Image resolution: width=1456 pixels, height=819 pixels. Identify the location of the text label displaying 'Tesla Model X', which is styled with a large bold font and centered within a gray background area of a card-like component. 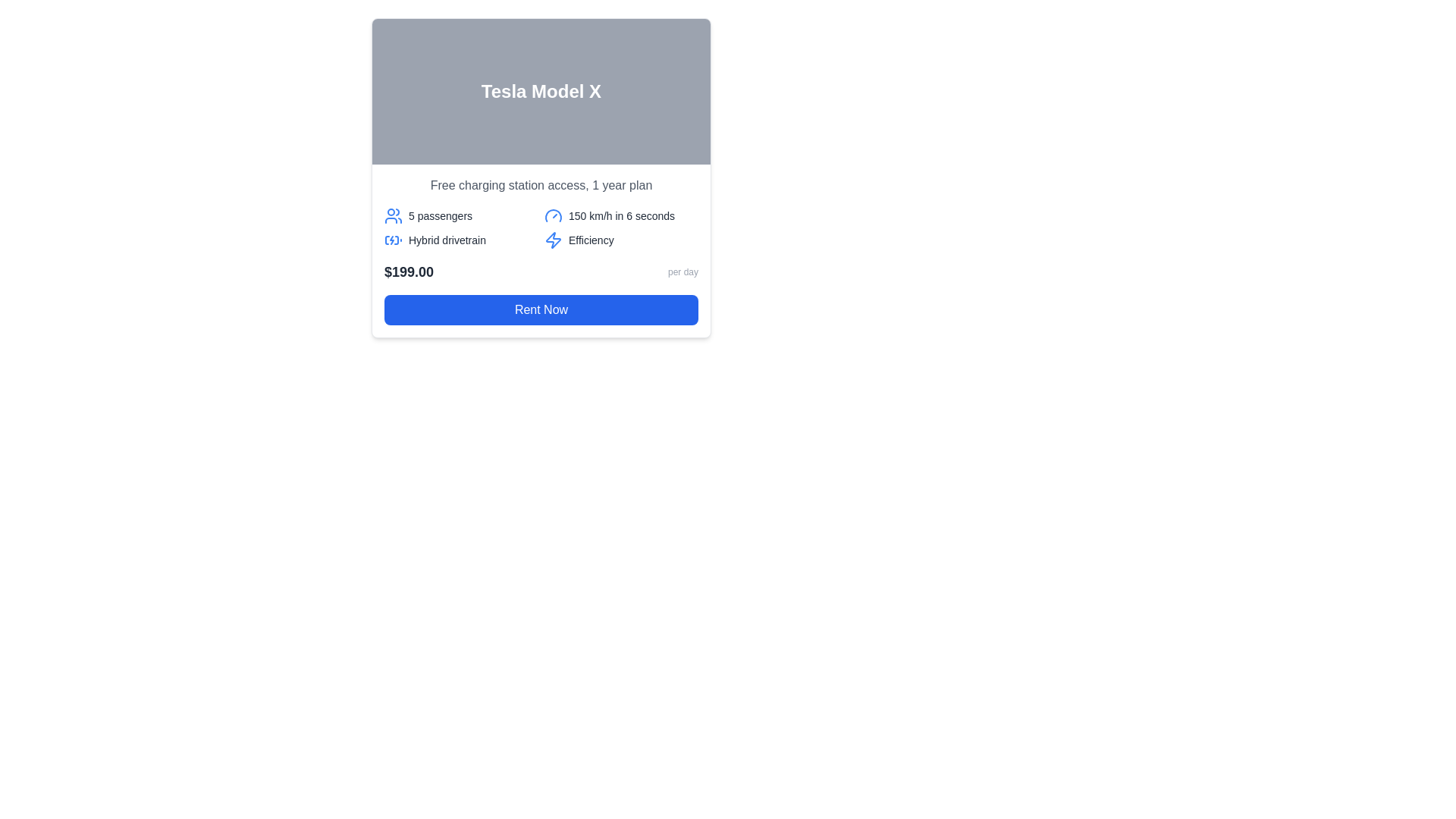
(541, 91).